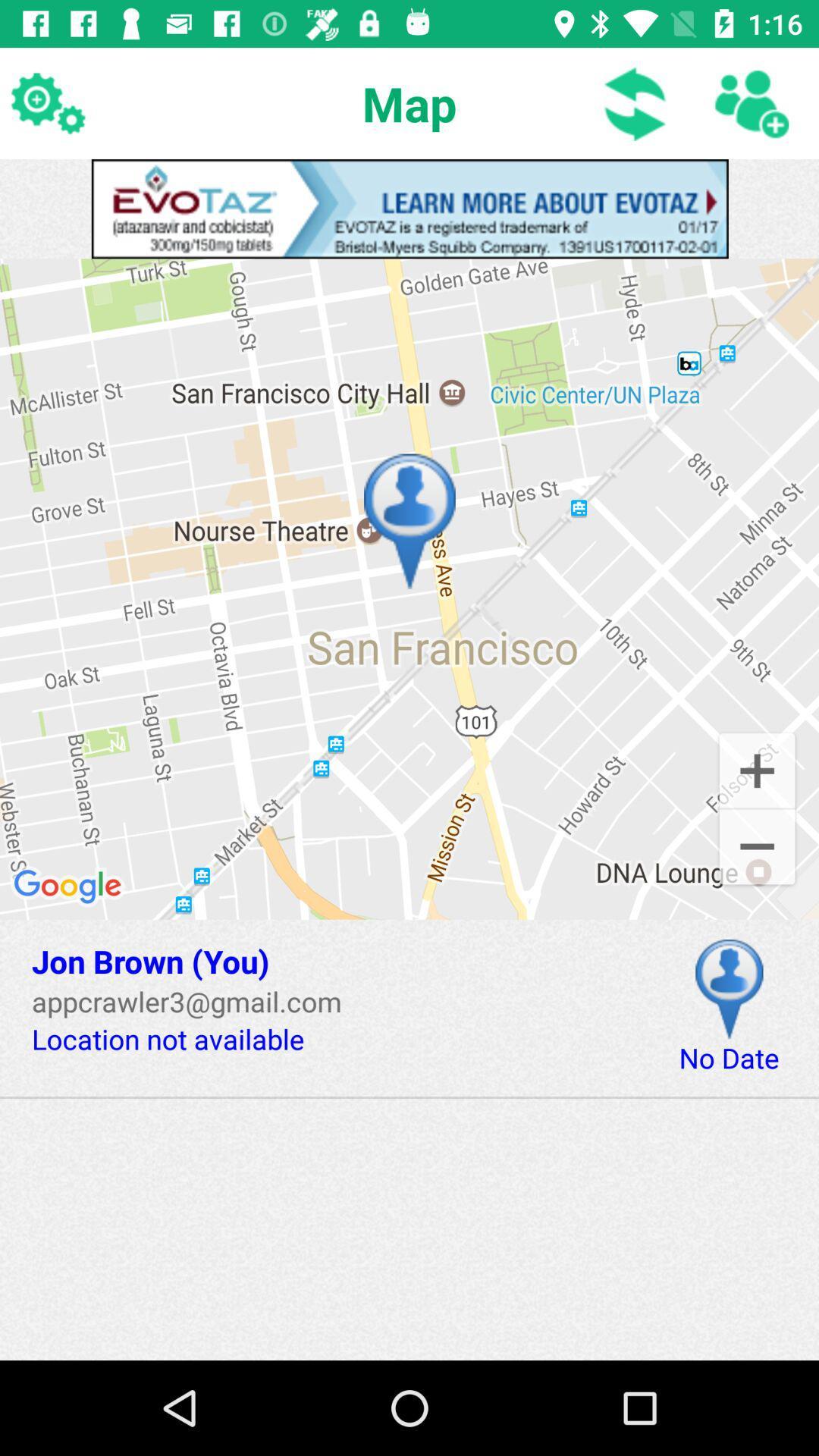  What do you see at coordinates (751, 102) in the screenshot?
I see `person` at bounding box center [751, 102].